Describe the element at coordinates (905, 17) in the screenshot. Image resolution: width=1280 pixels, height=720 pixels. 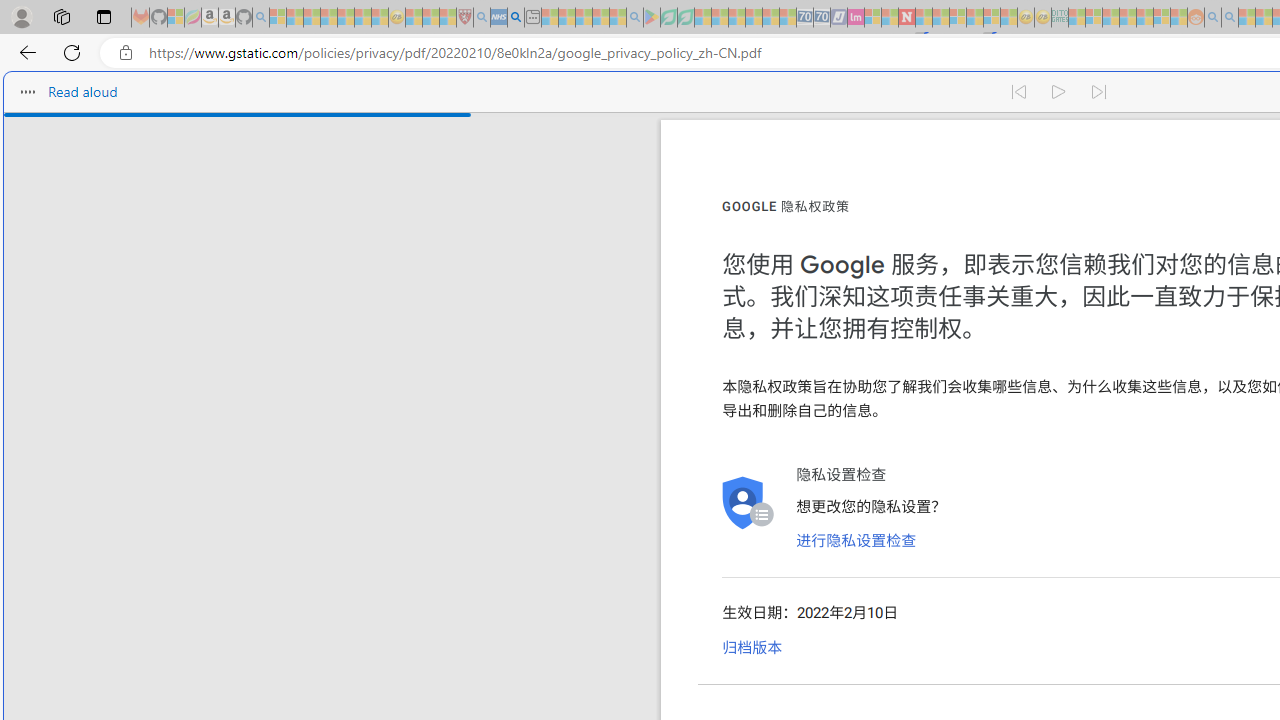
I see `'Latest Politics News & Archive | Newsweek.com - Sleeping'` at that location.